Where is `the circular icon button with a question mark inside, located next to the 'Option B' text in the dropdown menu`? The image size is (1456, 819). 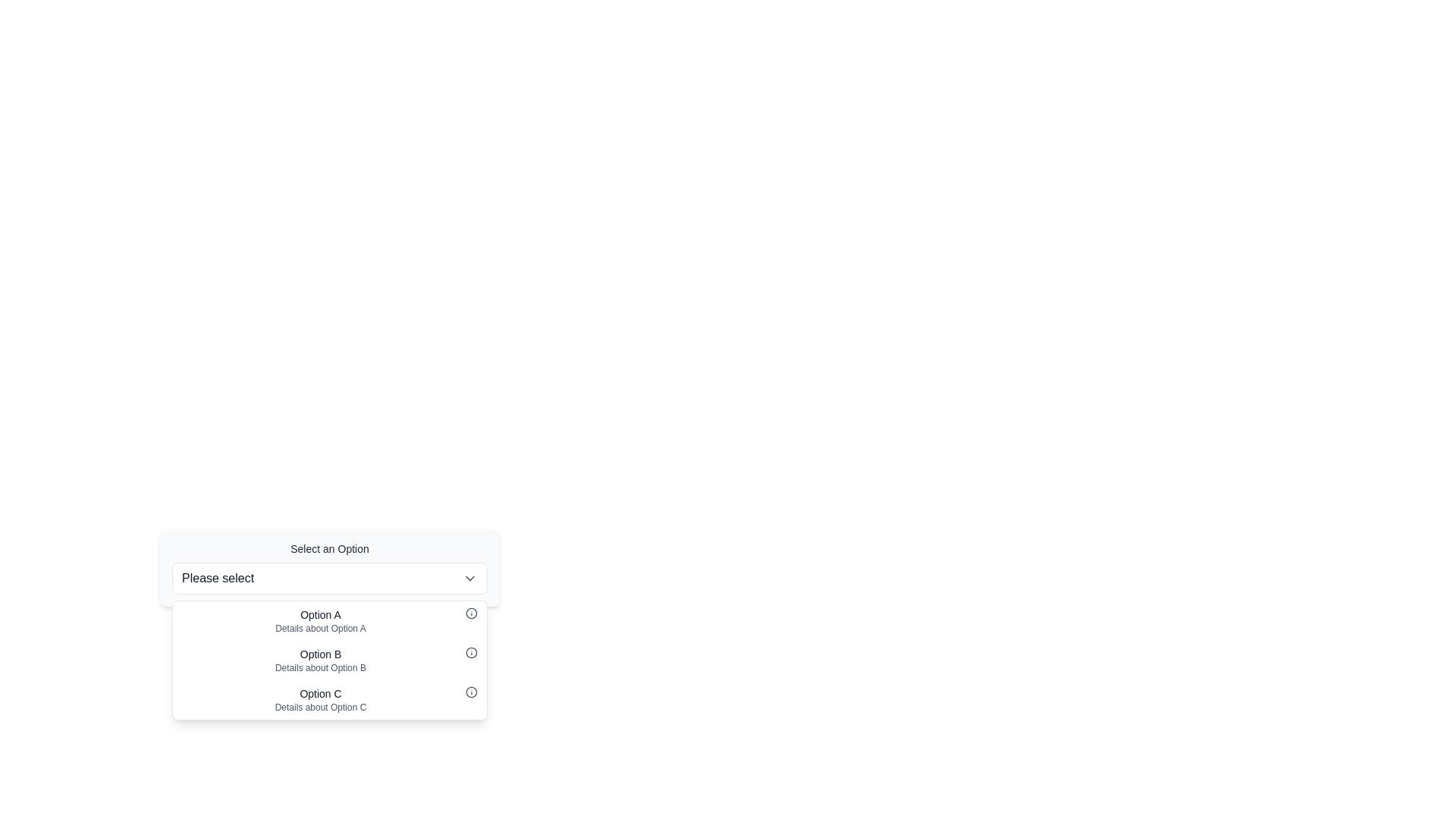 the circular icon button with a question mark inside, located next to the 'Option B' text in the dropdown menu is located at coordinates (471, 651).